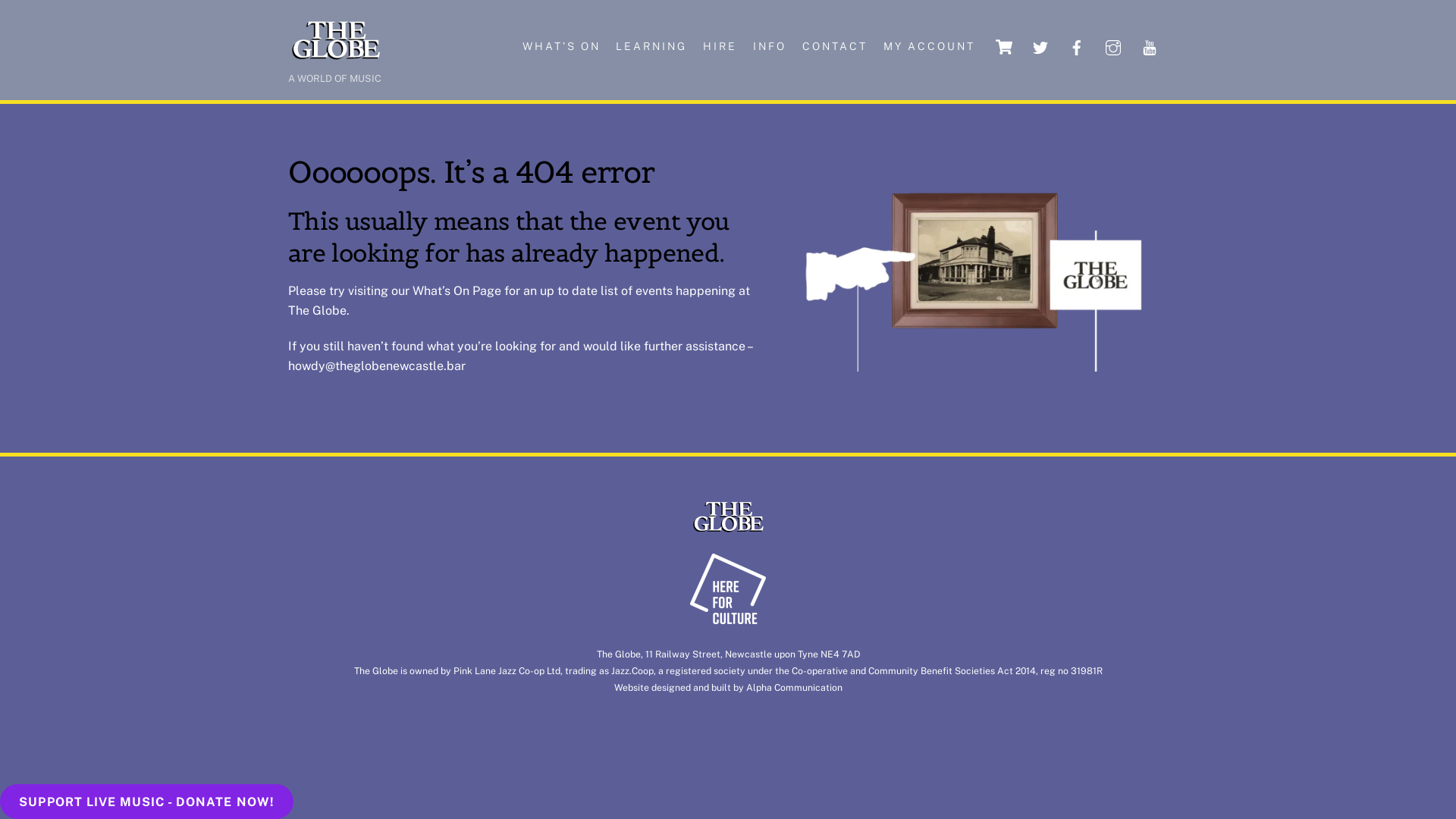 This screenshot has height=819, width=1456. Describe the element at coordinates (720, 45) in the screenshot. I see `'HIRE'` at that location.